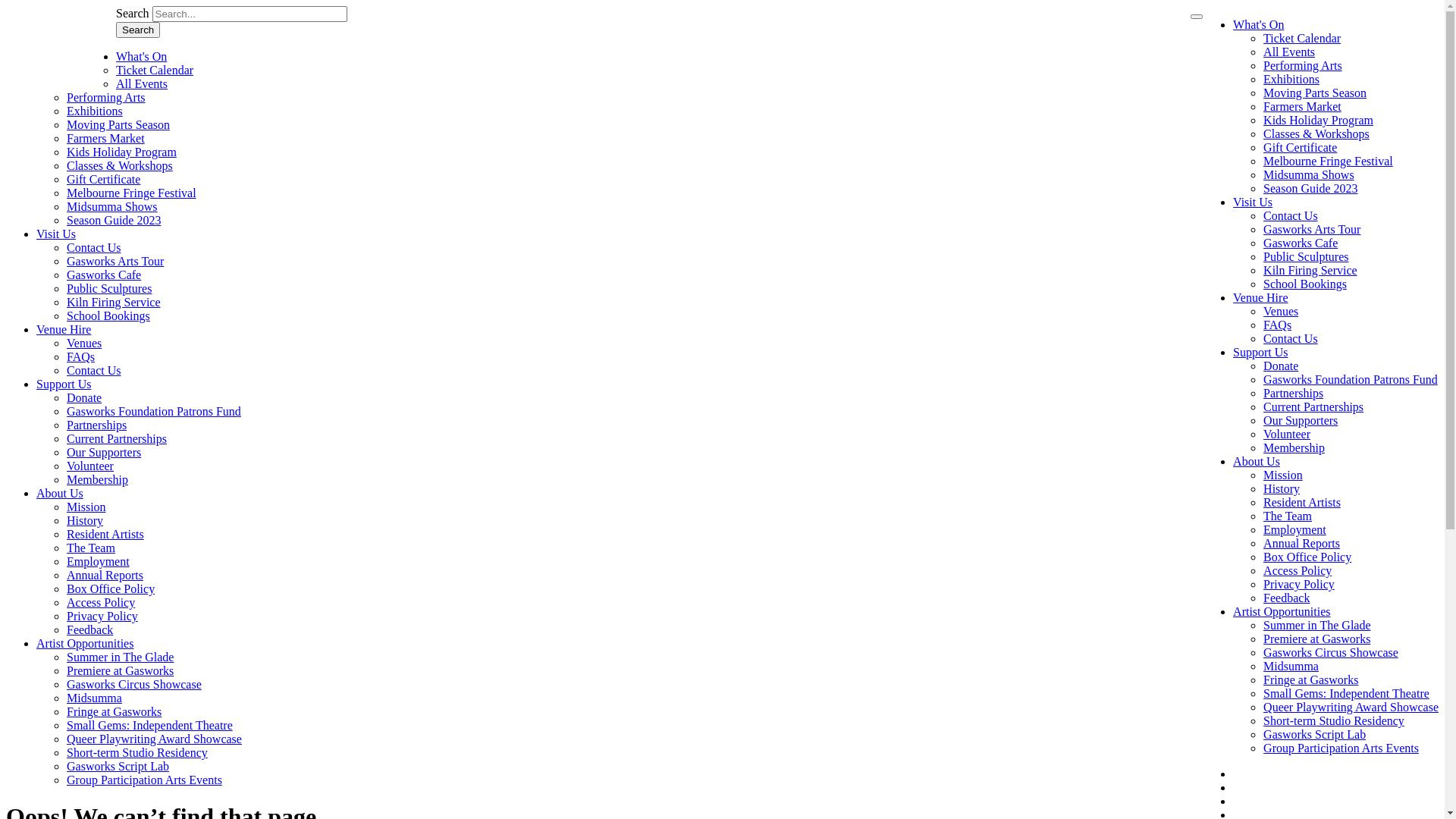 This screenshot has height=819, width=1456. I want to click on 'Feedback', so click(1285, 597).